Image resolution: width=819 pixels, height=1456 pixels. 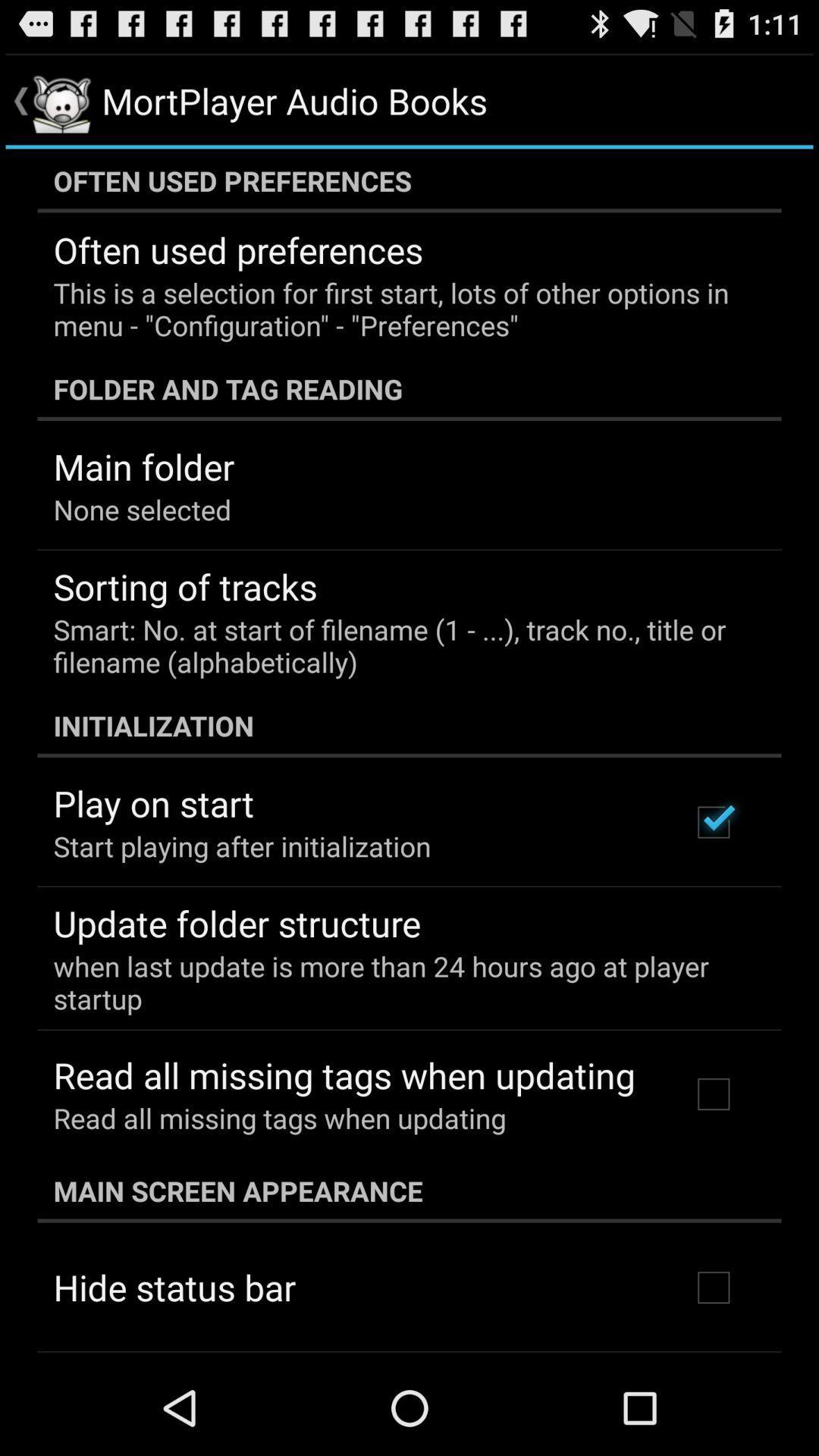 I want to click on the item above initialization, so click(x=398, y=645).